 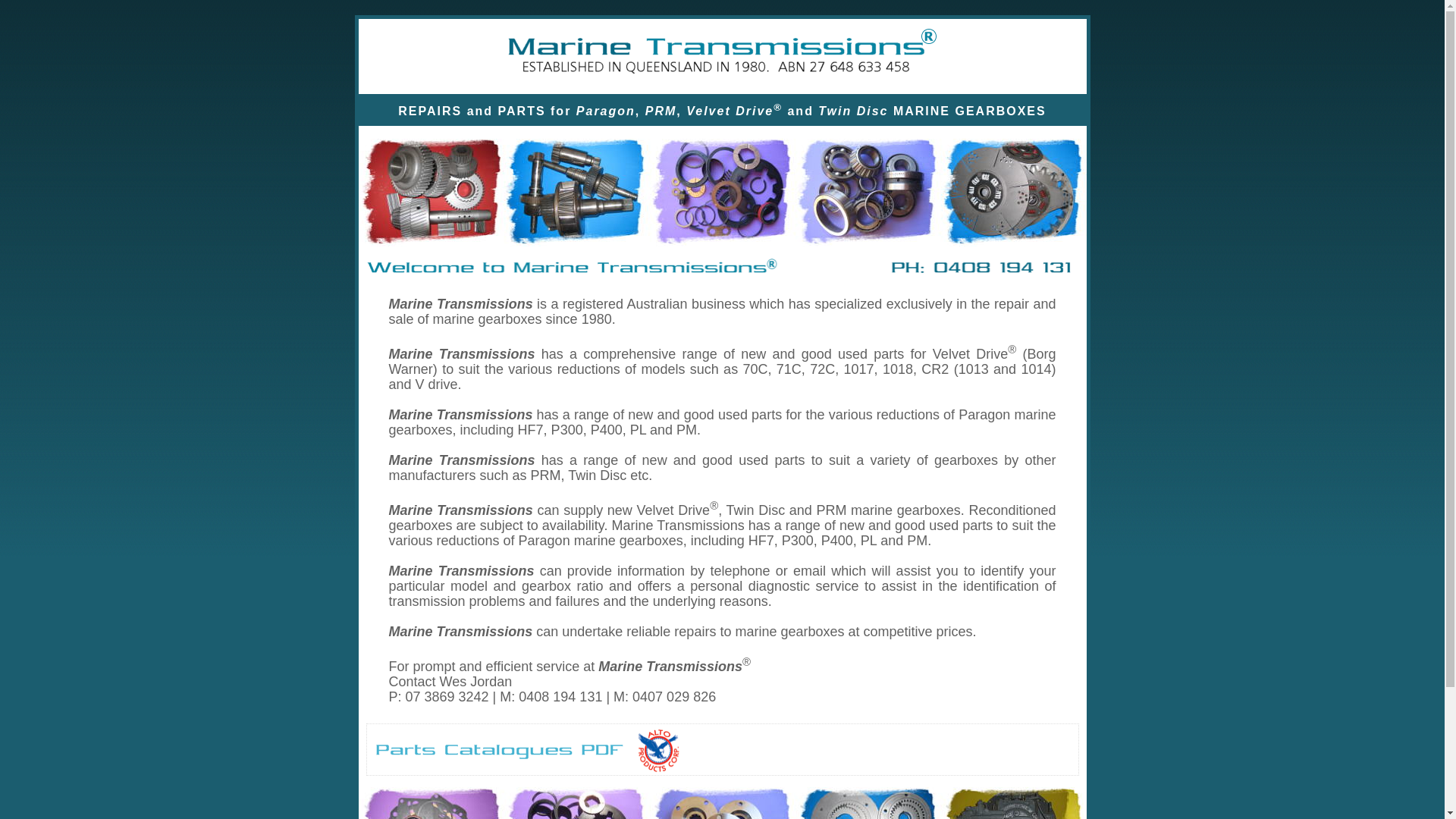 I want to click on 'Product Catalogues PDF', so click(x=500, y=751).